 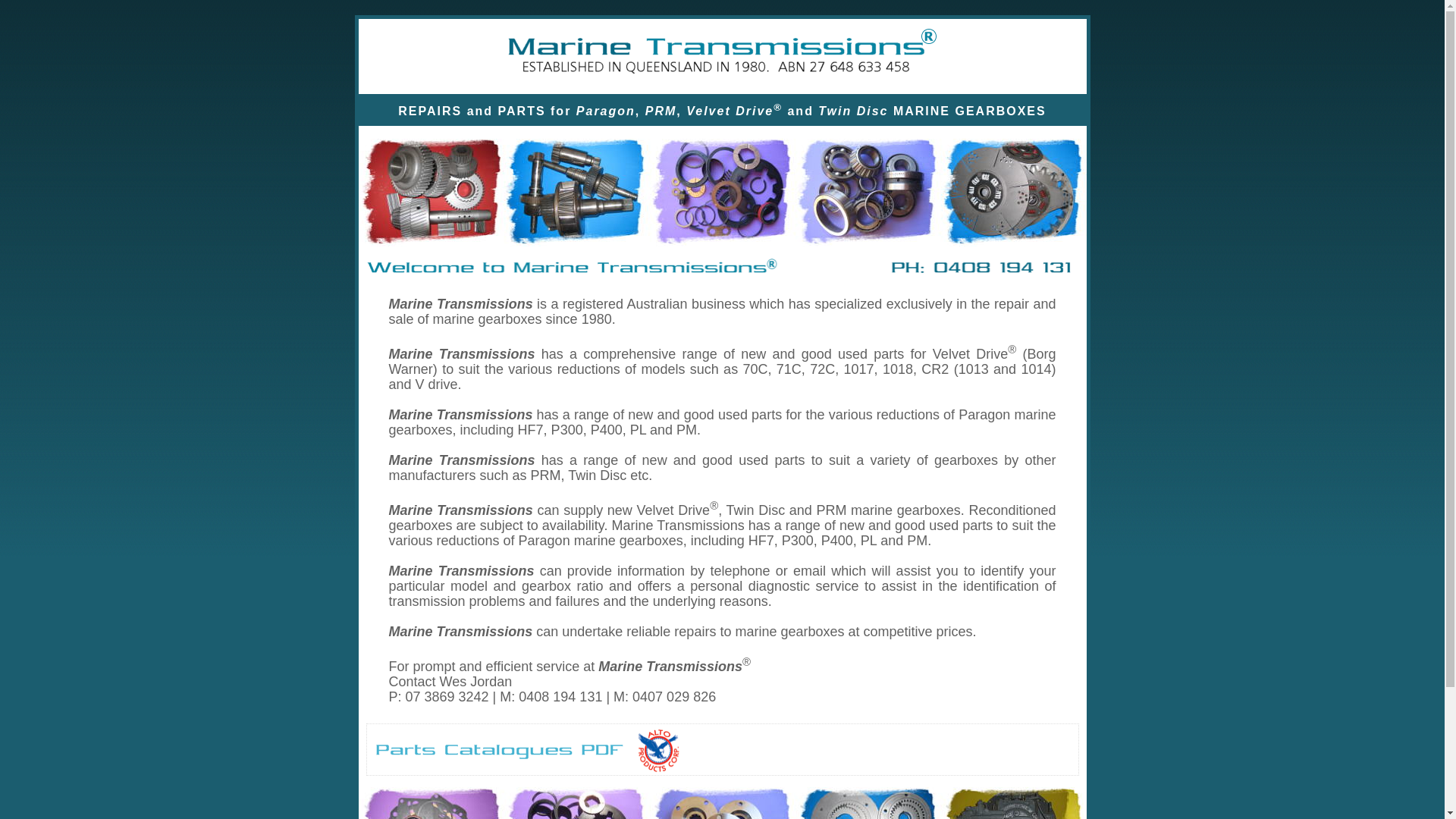 I want to click on 'Product Catalogues PDF', so click(x=500, y=751).